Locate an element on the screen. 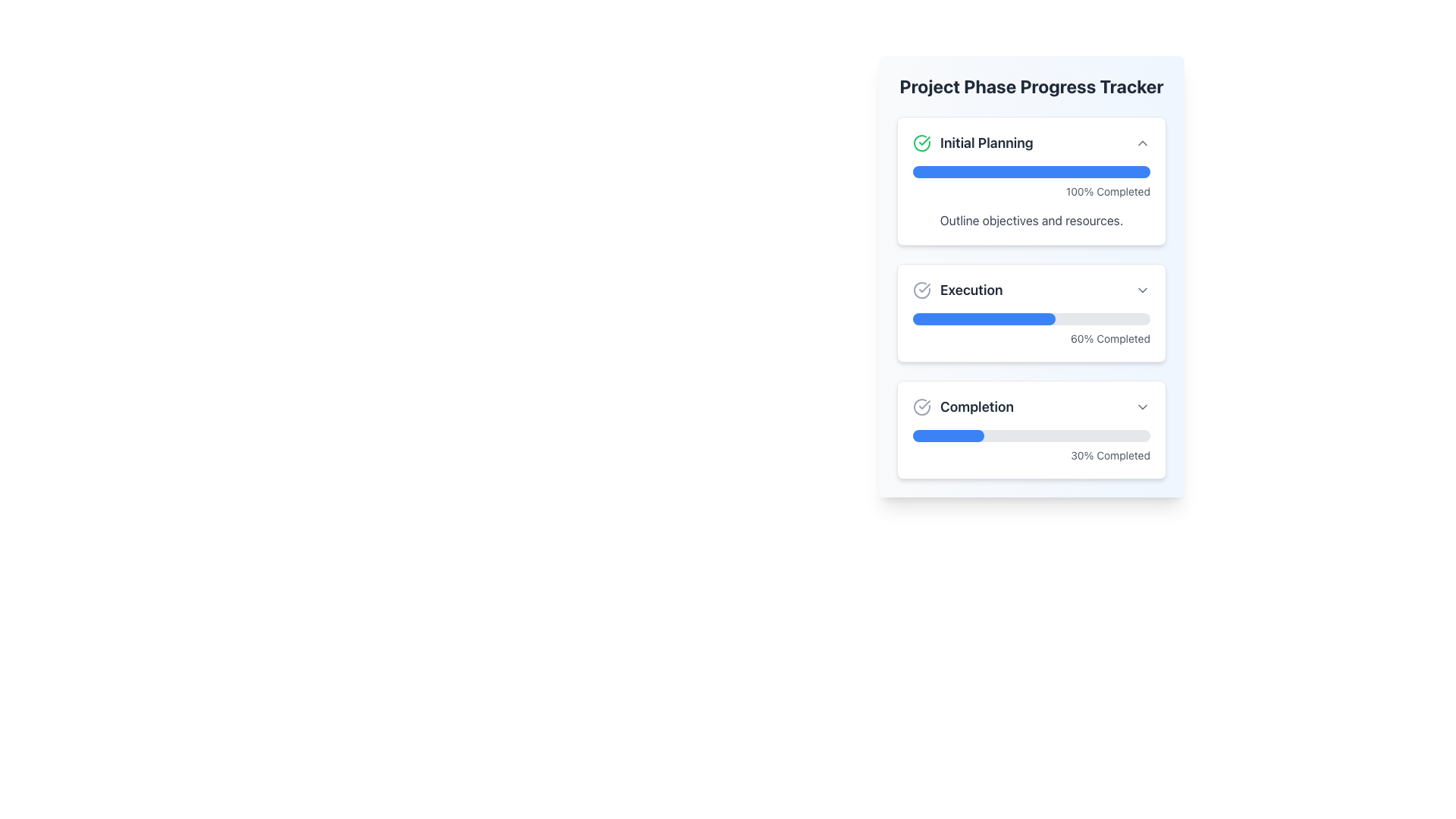 This screenshot has height=819, width=1456. the Progress Bar indicating 100% completion of the 'Initial Planning' phase, positioned below the title and checkmark icon, and above the text '100% Completed' is located at coordinates (1031, 171).